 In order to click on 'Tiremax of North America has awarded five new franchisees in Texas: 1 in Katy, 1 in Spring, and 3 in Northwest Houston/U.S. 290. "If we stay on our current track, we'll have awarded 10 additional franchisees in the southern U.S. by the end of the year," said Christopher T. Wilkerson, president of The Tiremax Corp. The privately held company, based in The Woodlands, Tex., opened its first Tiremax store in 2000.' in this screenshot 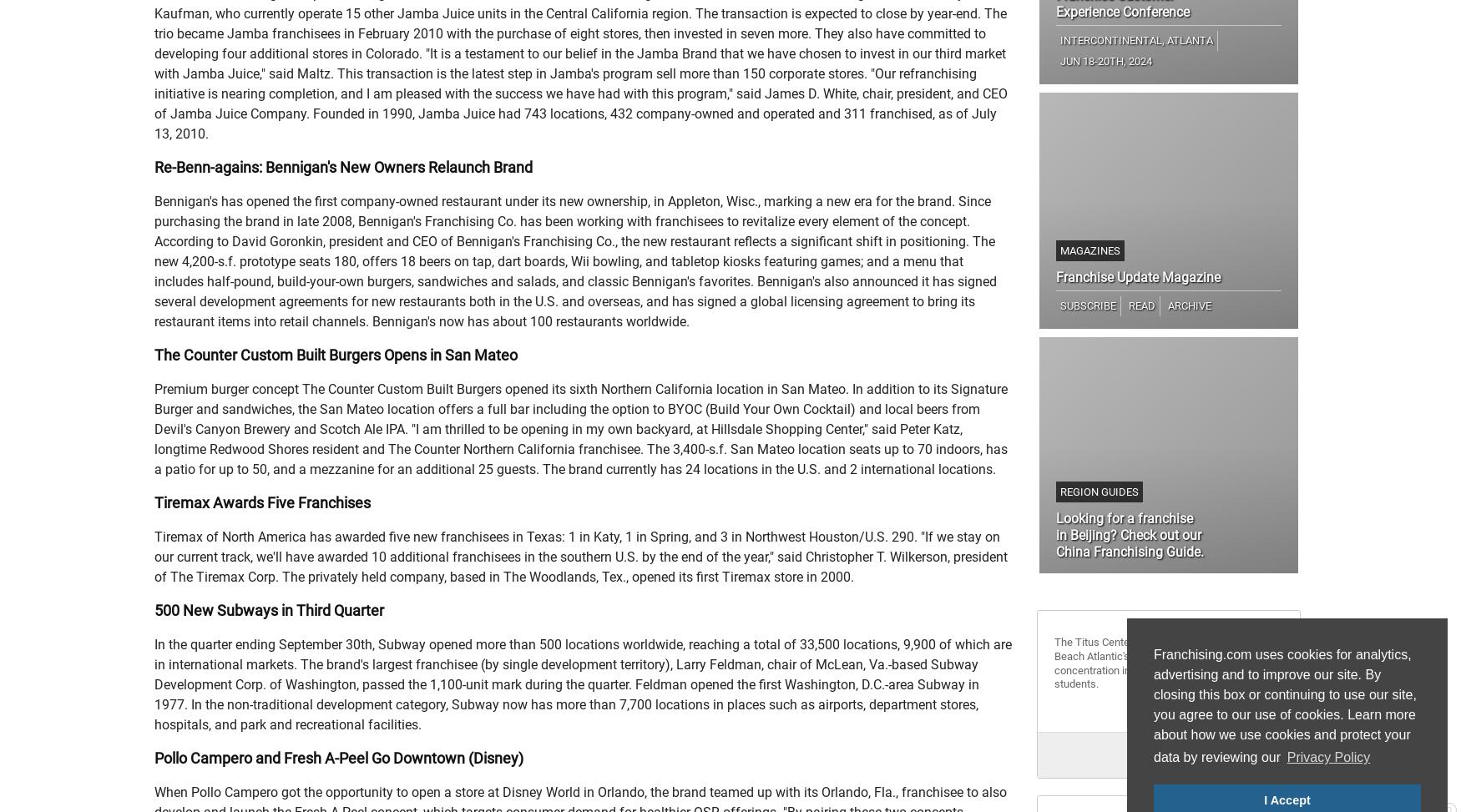, I will do `click(580, 556)`.